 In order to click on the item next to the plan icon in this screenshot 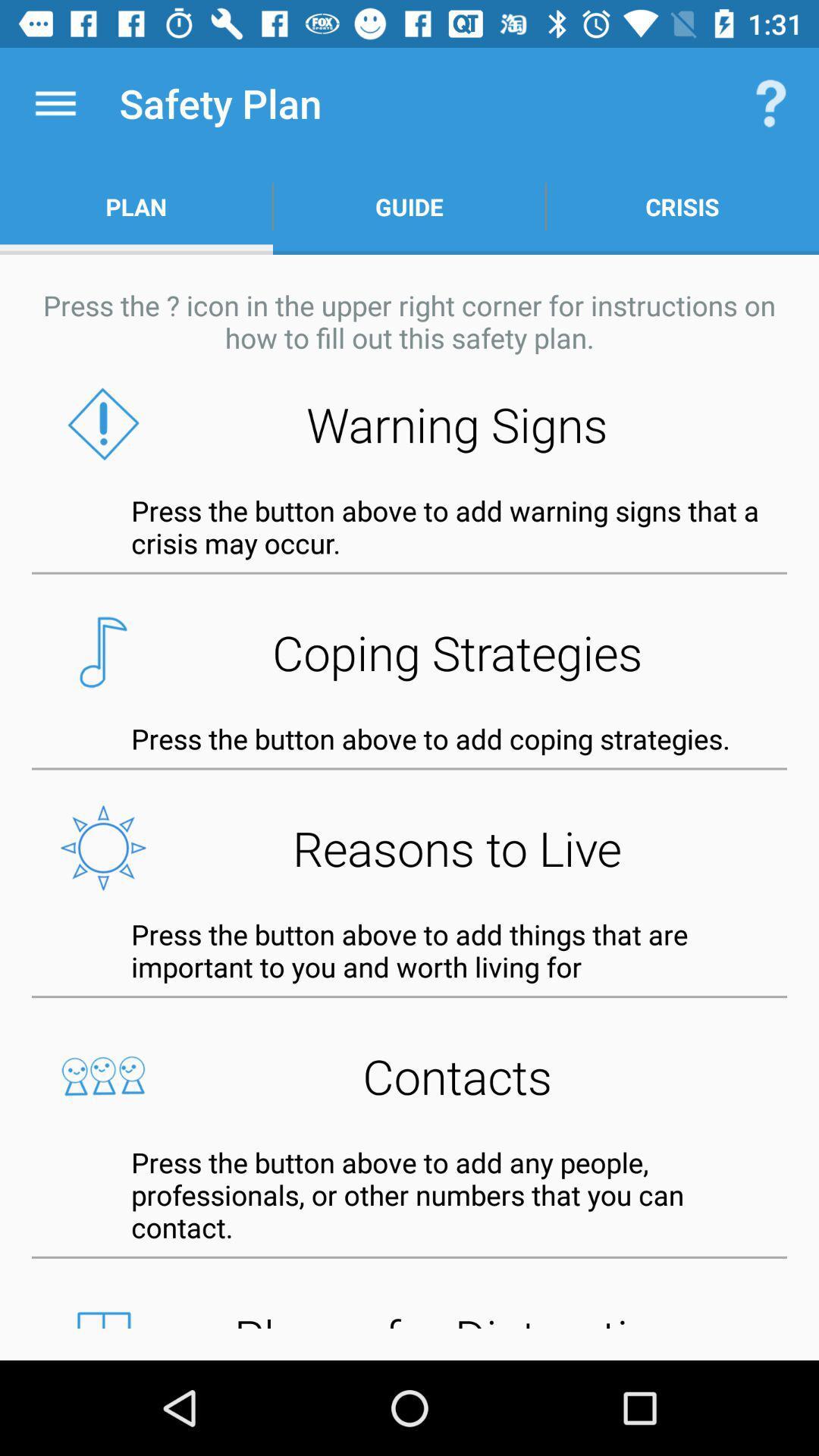, I will do `click(409, 206)`.